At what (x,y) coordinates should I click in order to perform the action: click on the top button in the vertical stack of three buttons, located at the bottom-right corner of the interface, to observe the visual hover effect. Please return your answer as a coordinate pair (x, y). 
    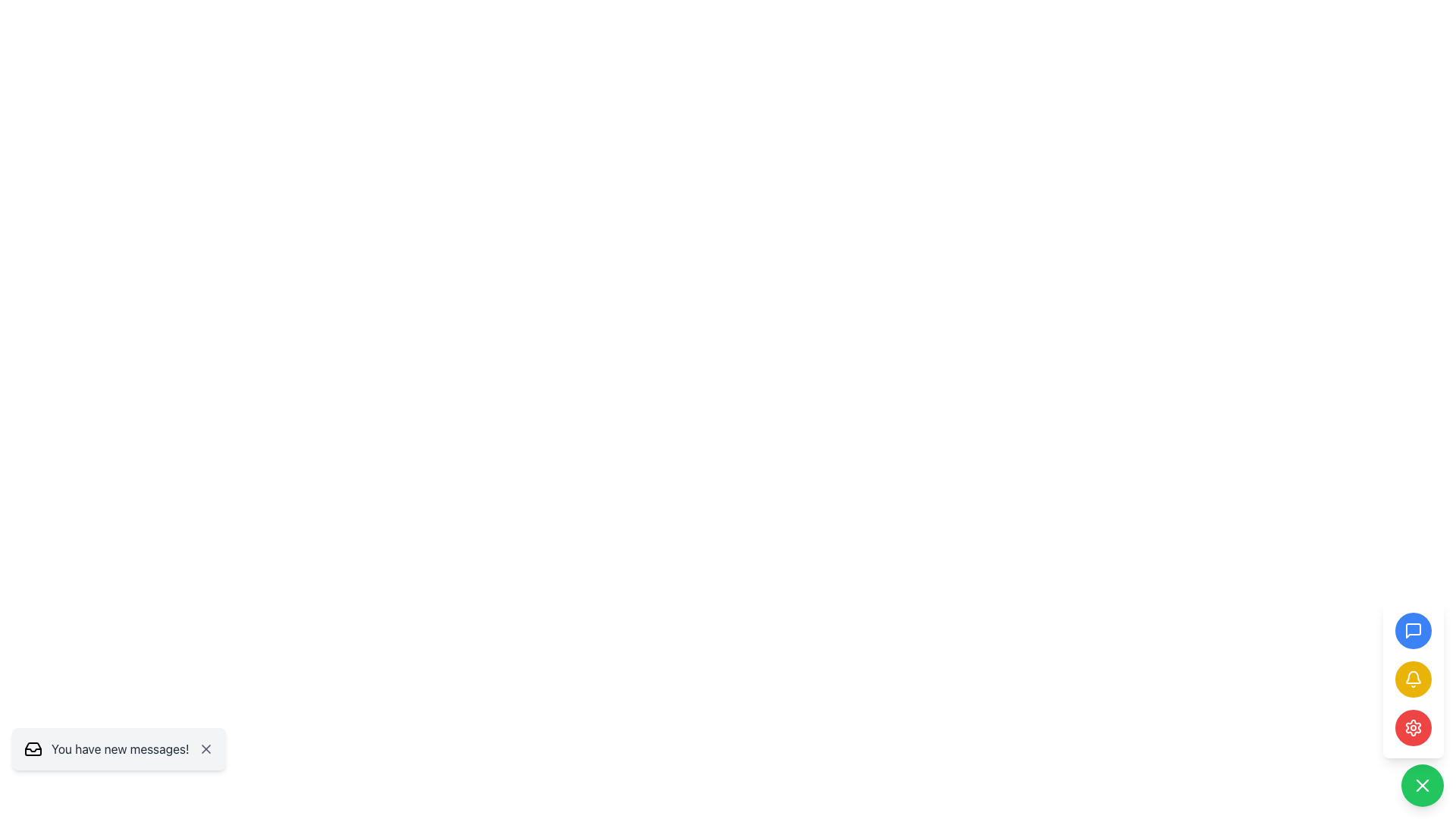
    Looking at the image, I should click on (1412, 631).